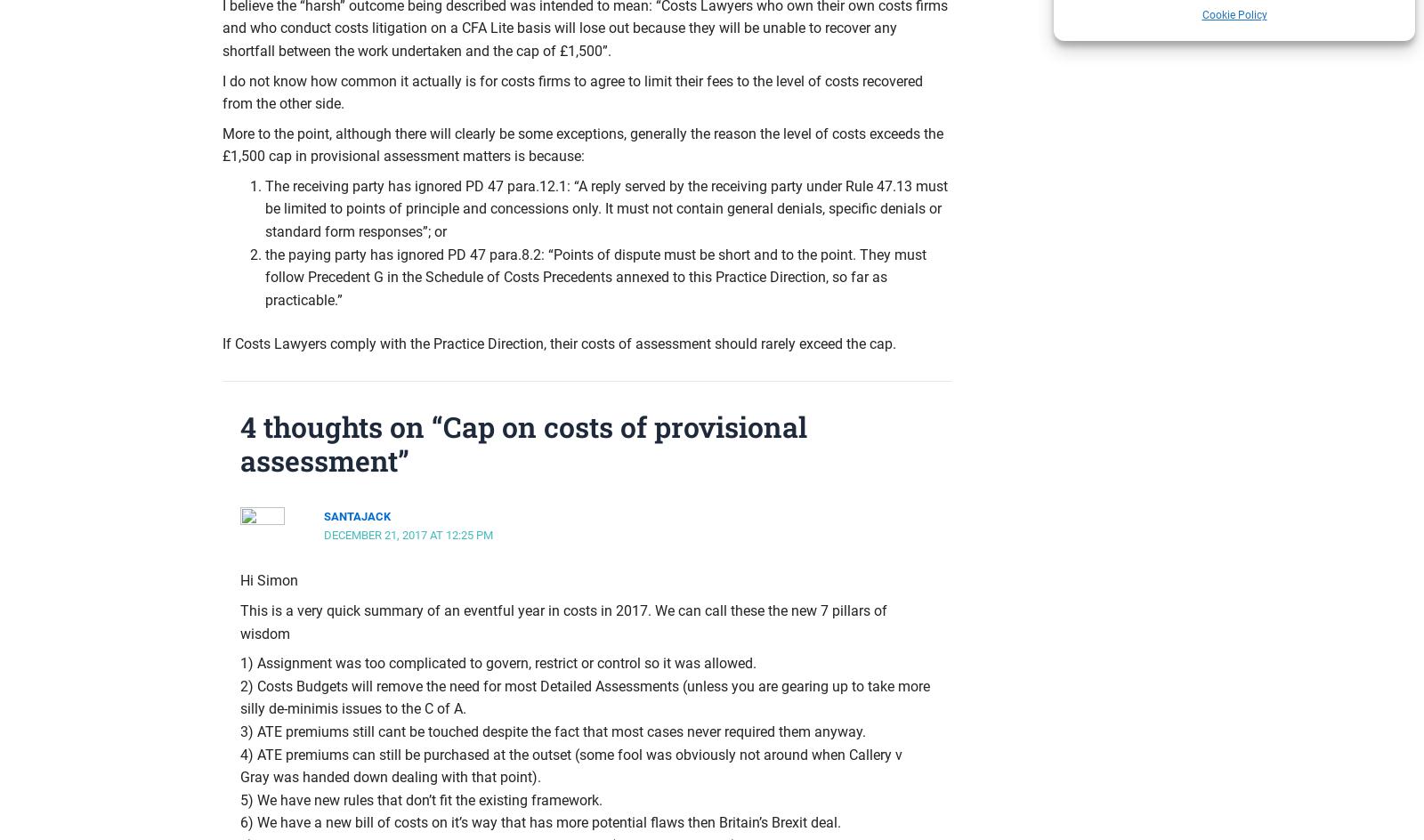  What do you see at coordinates (240, 821) in the screenshot?
I see `'6) We have a new bill of costs on it’s way that has more potential flaws then Britain’s Brexit deal.'` at bounding box center [240, 821].